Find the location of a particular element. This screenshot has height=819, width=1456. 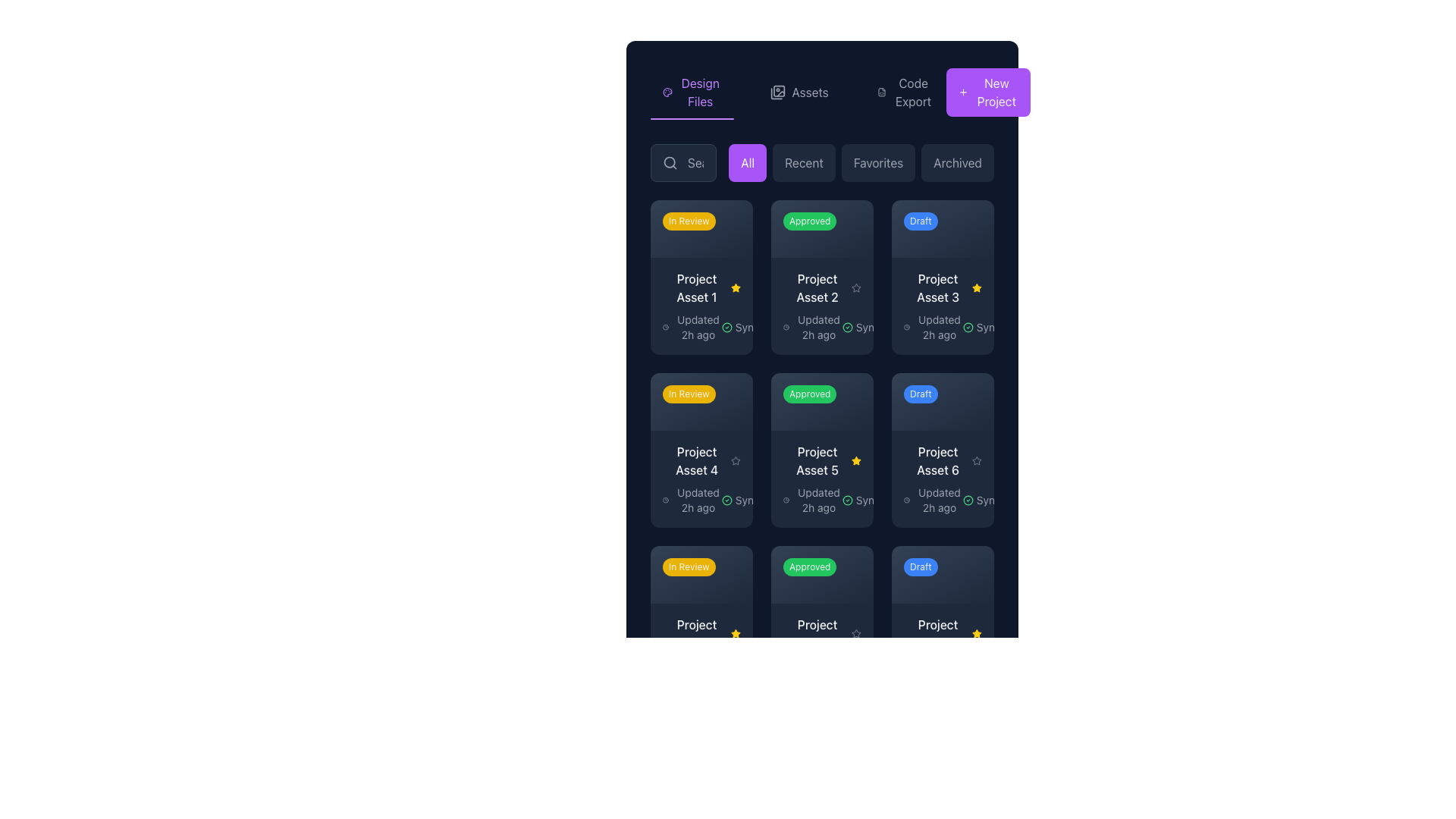

the interactive star icon located to the right of the text 'Project Asset 4' is located at coordinates (736, 460).